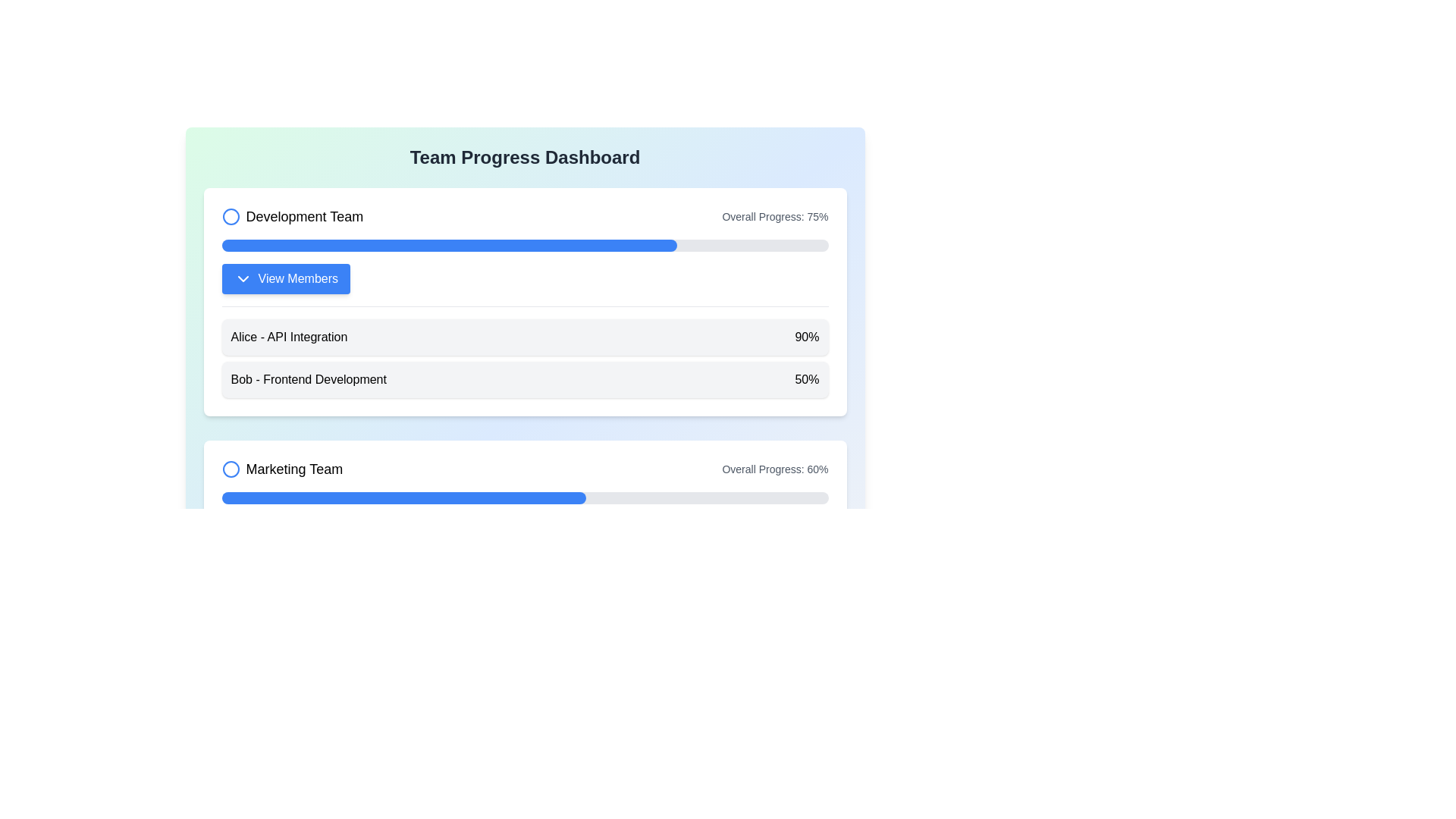 Image resolution: width=1456 pixels, height=819 pixels. I want to click on the 'Marketing Team' informational block displaying 'Overall Progress: 60%' in the 'Team Progress Dashboard', so click(525, 468).